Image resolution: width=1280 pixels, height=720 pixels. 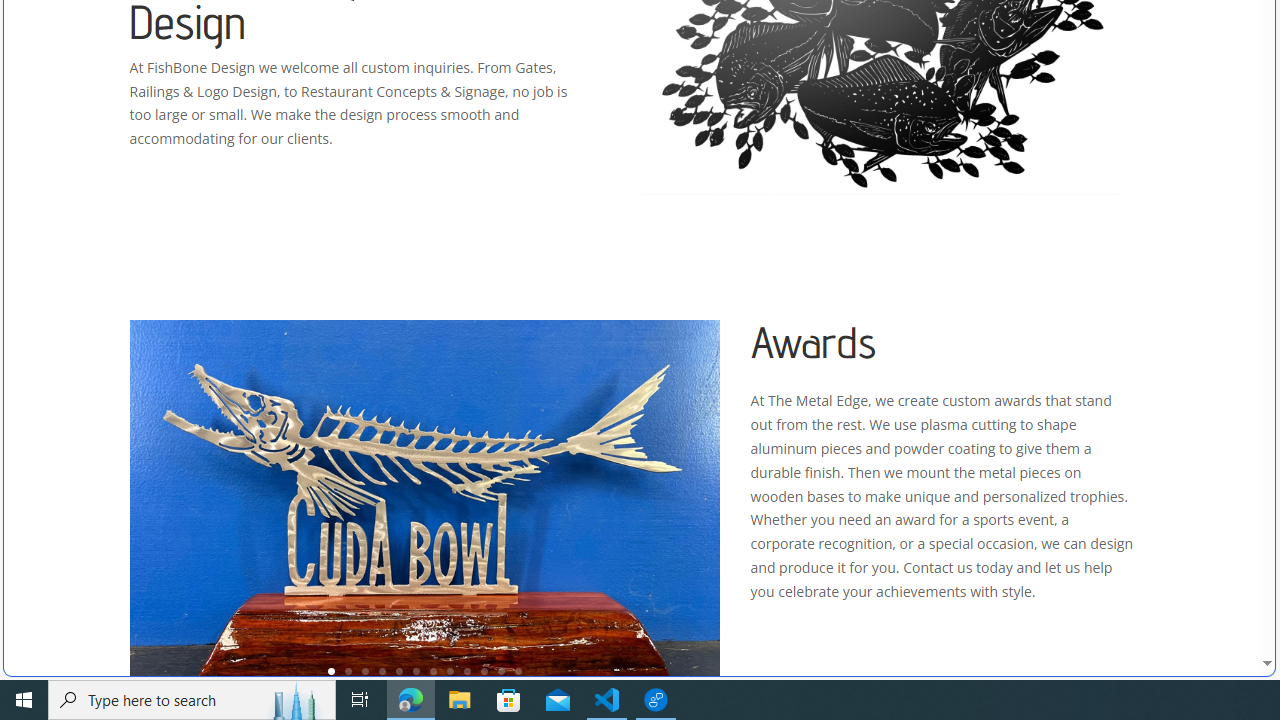 I want to click on '1', so click(x=331, y=671).